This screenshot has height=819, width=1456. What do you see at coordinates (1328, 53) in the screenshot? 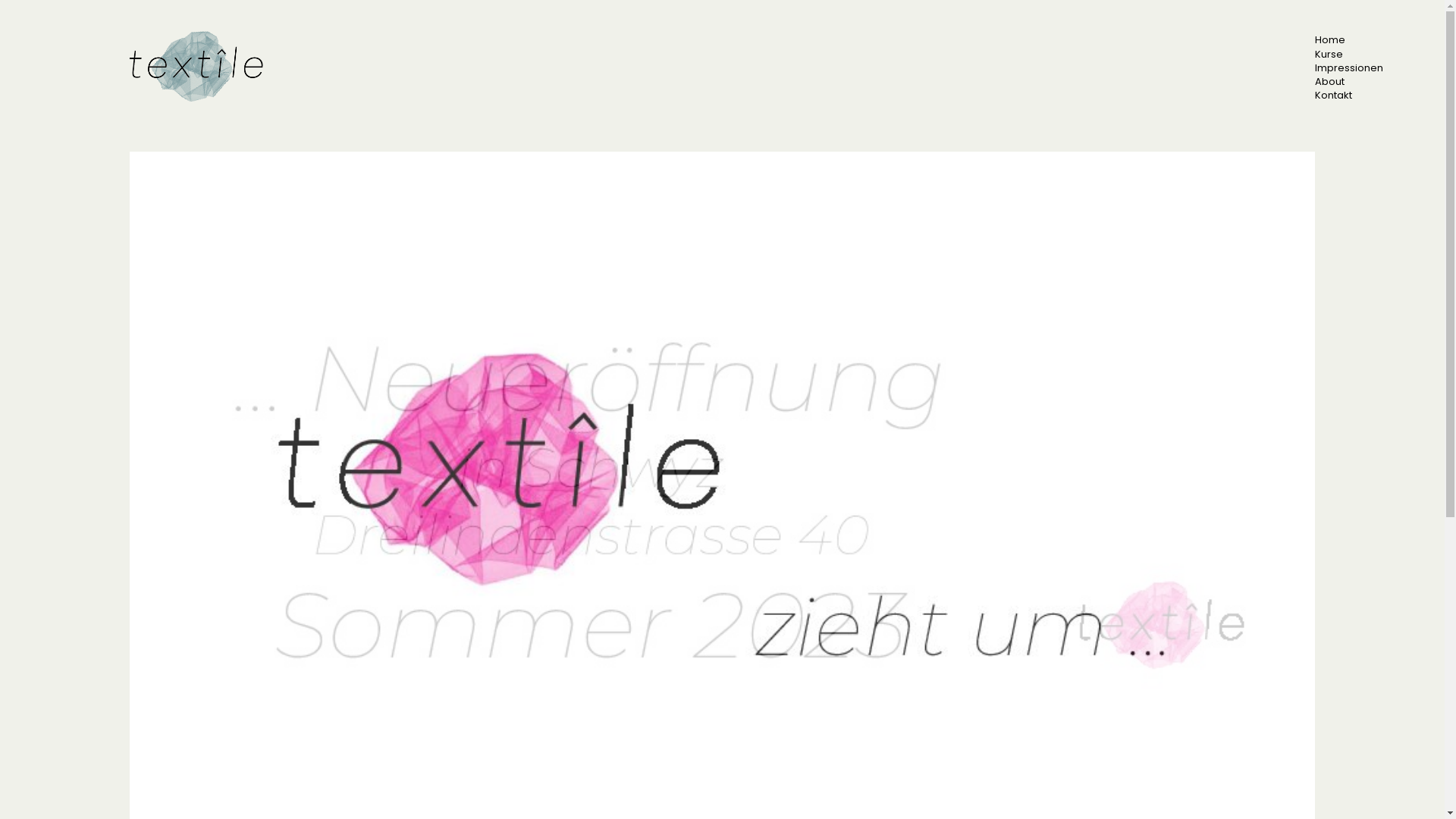
I see `'Kurse'` at bounding box center [1328, 53].